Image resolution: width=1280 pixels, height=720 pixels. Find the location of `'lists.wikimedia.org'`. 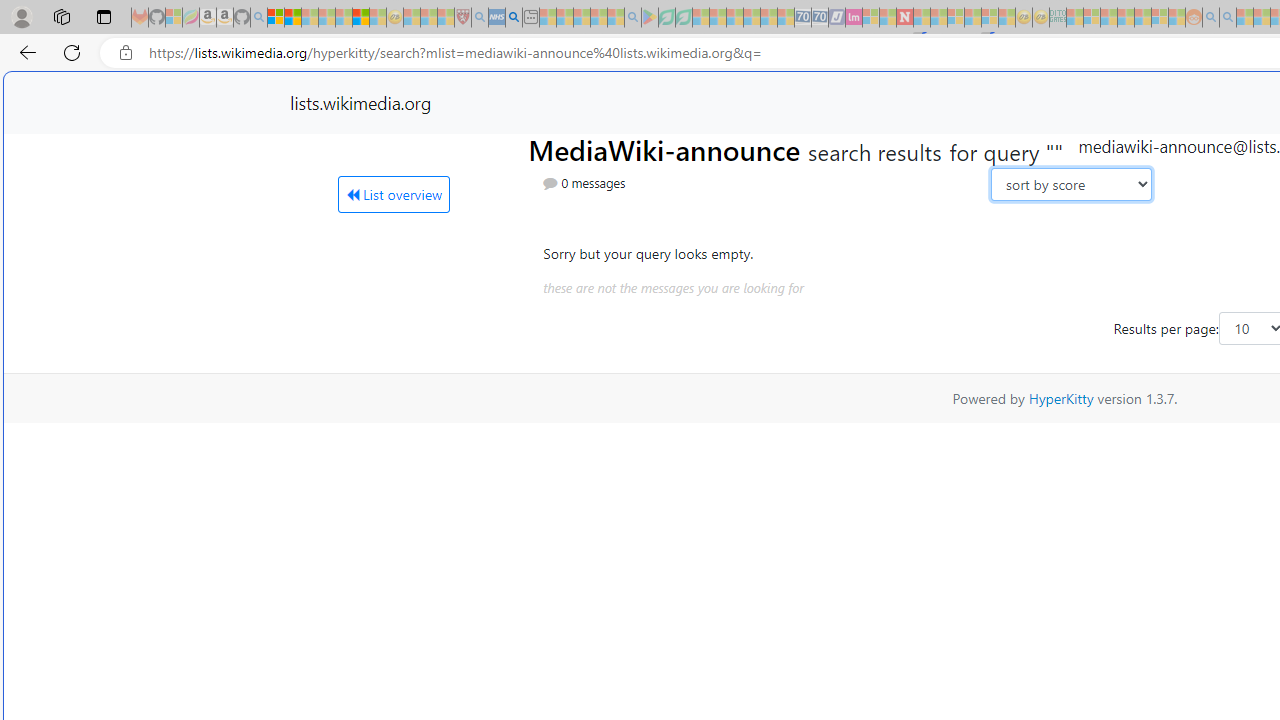

'lists.wikimedia.org' is located at coordinates (360, 102).